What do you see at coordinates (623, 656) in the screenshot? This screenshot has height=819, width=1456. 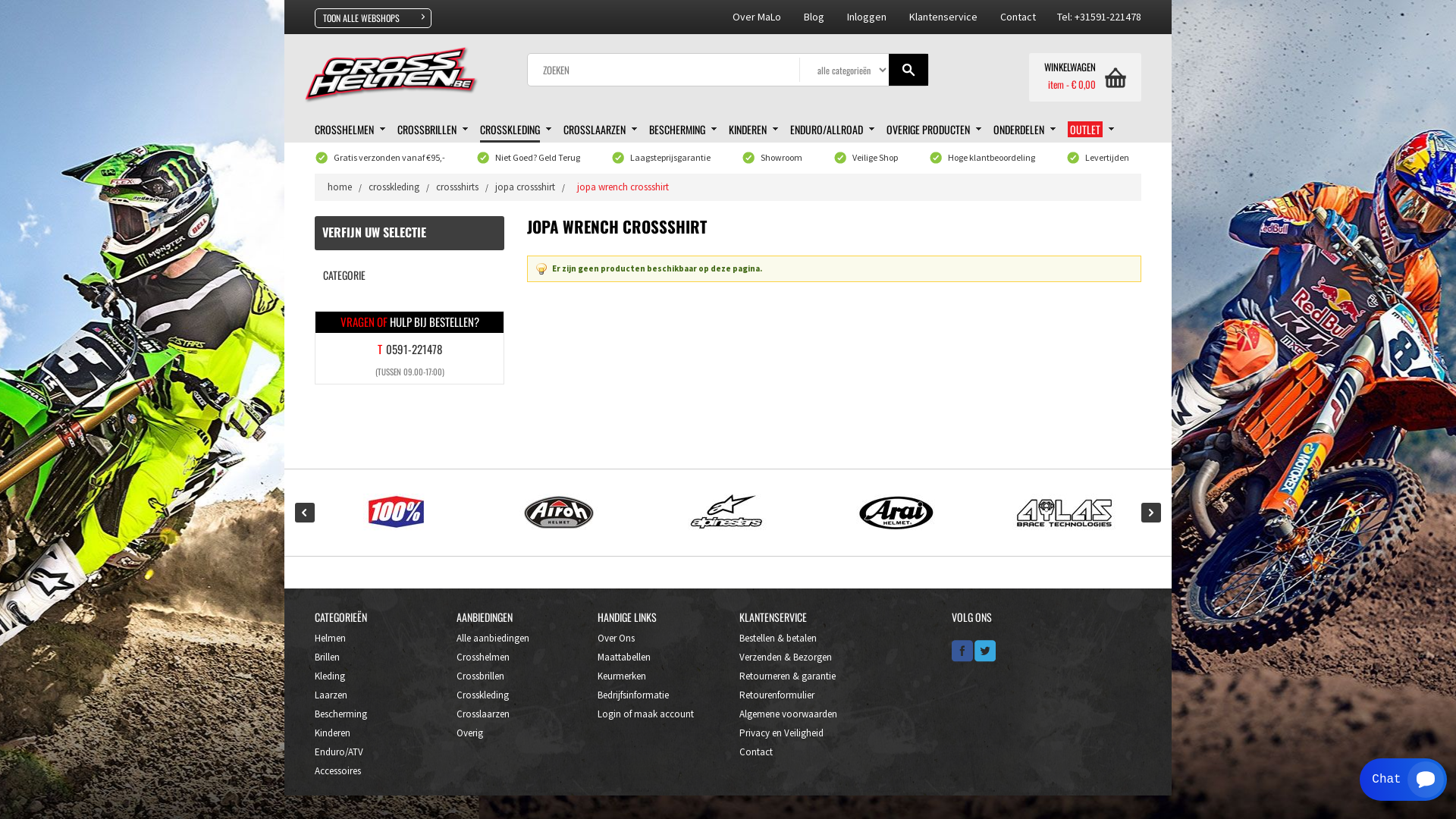 I see `'Maattabellen'` at bounding box center [623, 656].